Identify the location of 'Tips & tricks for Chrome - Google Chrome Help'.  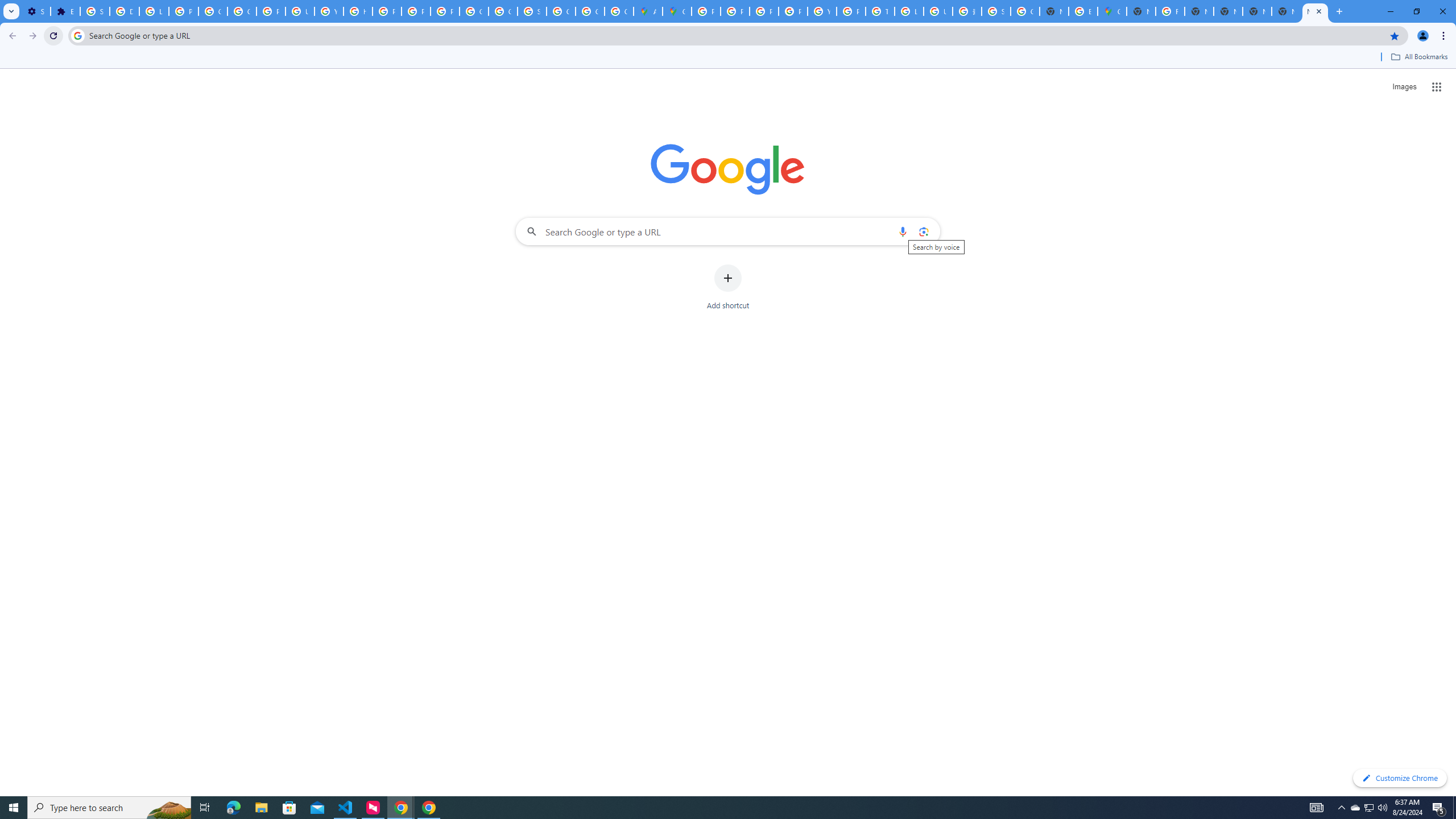
(879, 11).